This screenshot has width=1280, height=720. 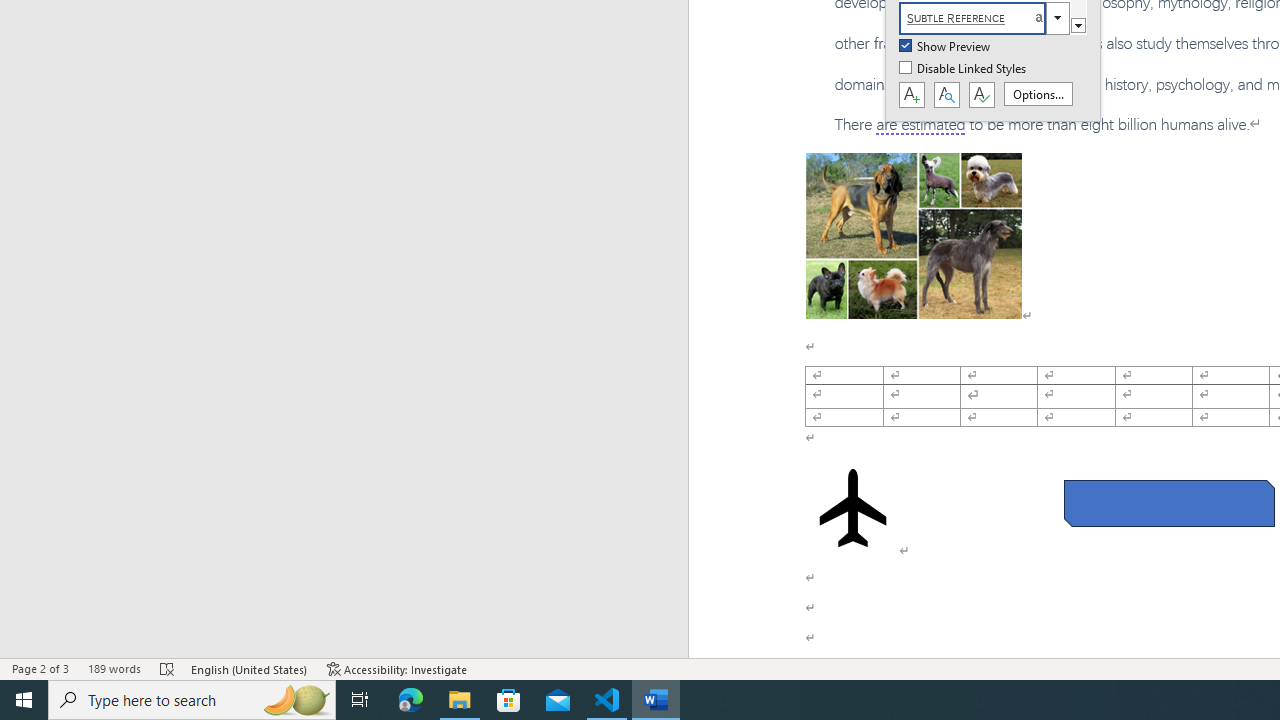 I want to click on 'Rectangle: Diagonal Corners Snipped 2', so click(x=1169, y=502).